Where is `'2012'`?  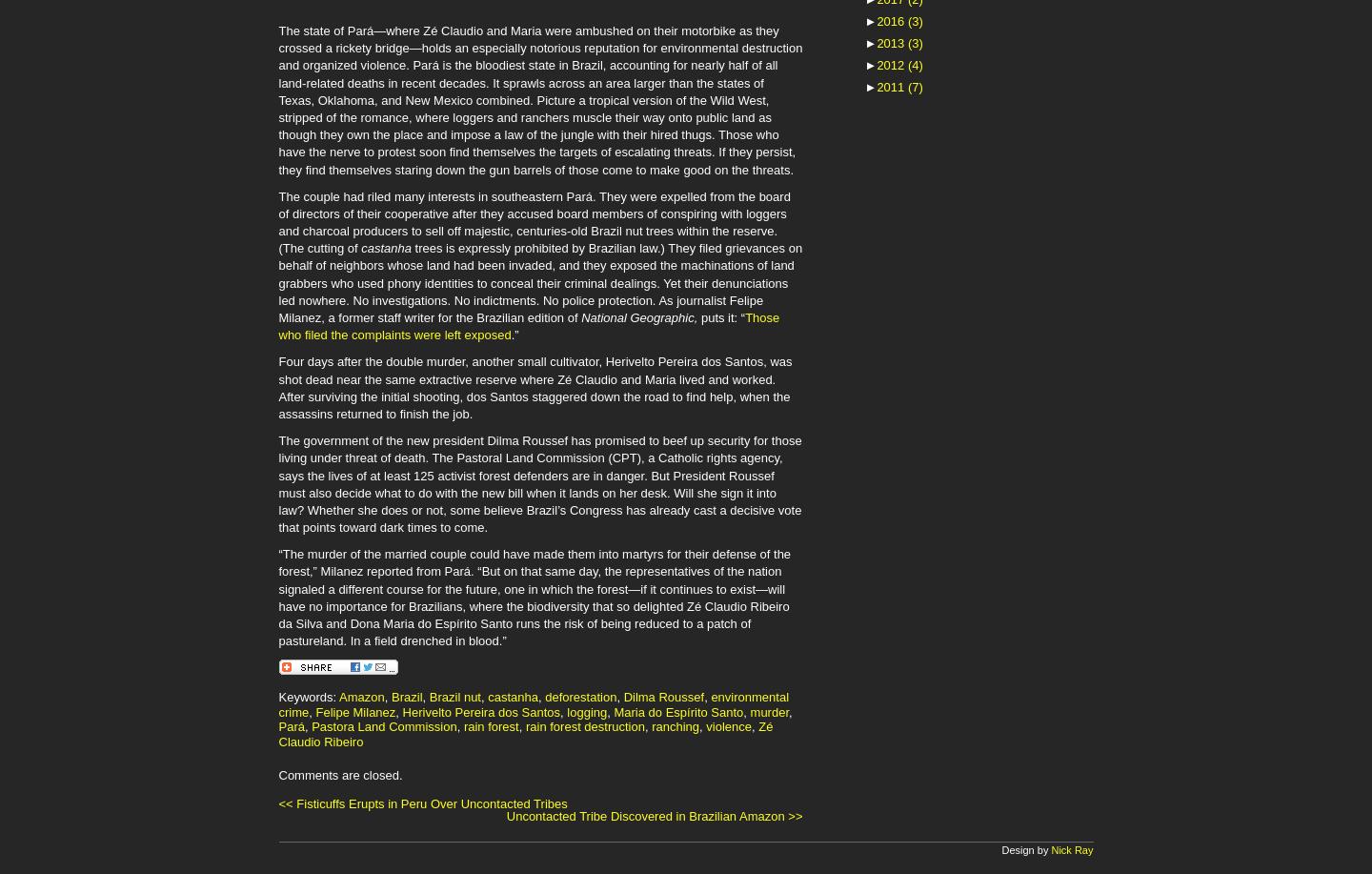 '2012' is located at coordinates (892, 64).